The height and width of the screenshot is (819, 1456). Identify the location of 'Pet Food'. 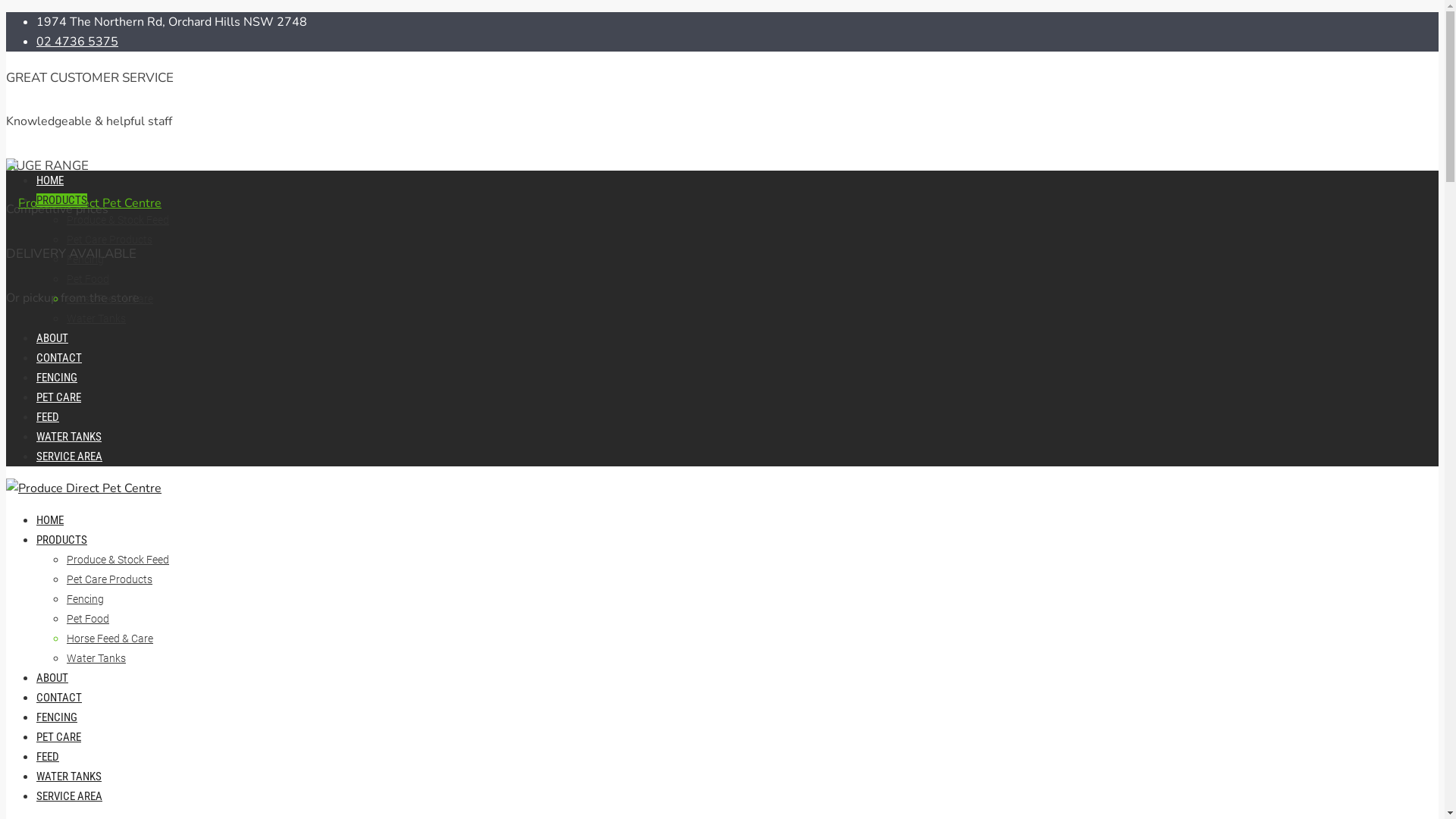
(65, 278).